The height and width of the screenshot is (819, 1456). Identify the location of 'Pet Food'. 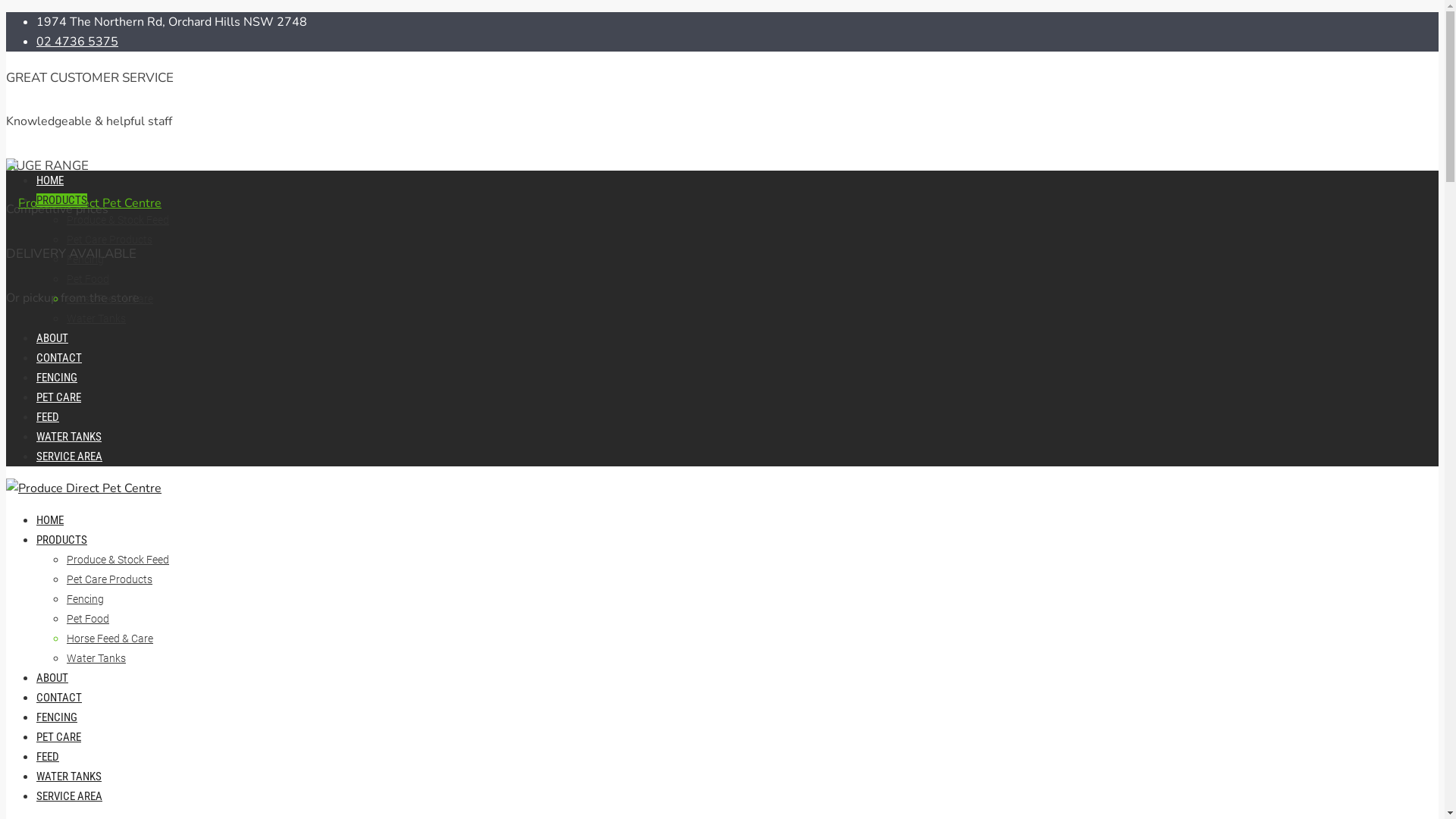
(65, 278).